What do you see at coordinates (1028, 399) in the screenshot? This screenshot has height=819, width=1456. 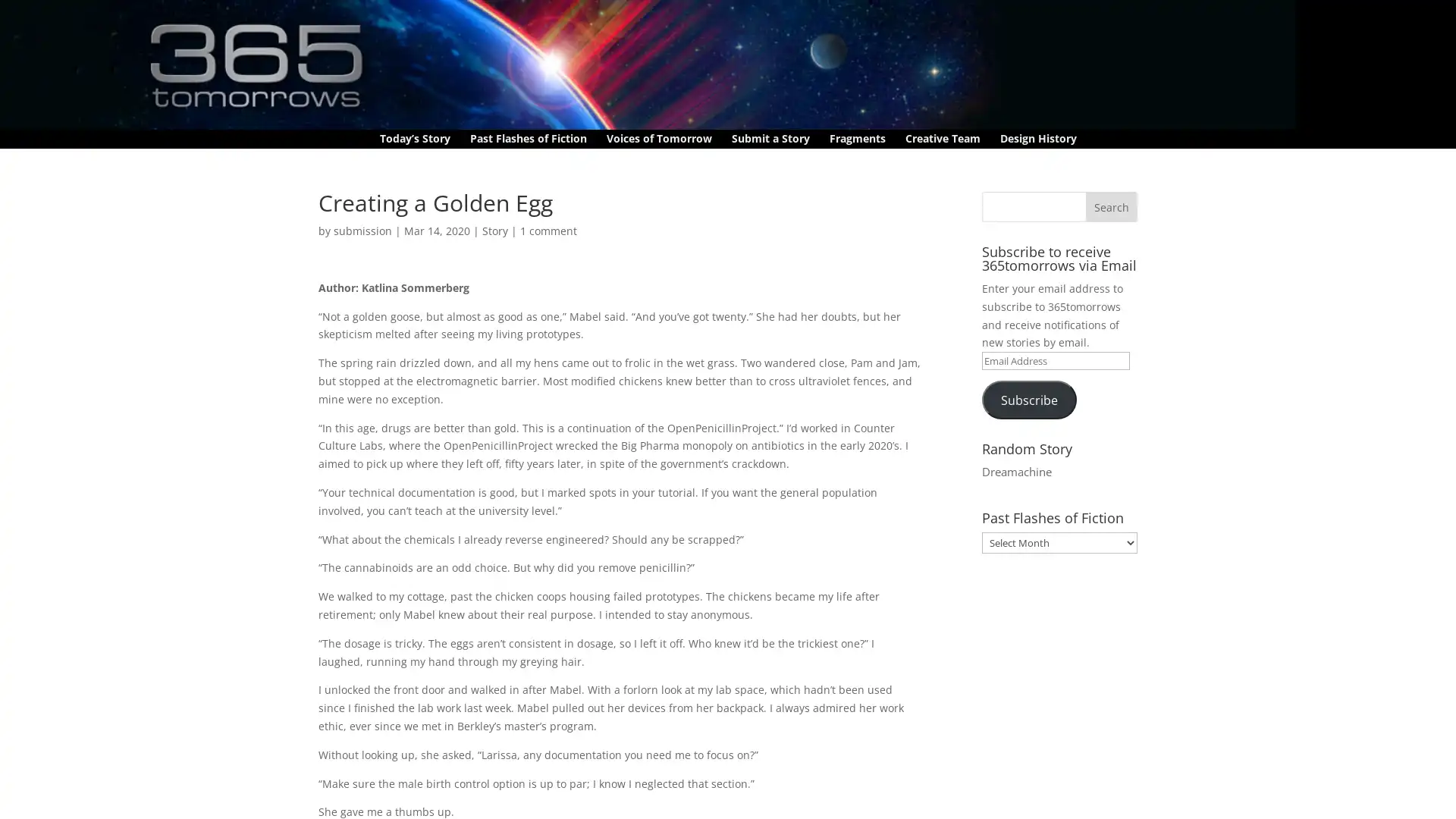 I see `Subscribe` at bounding box center [1028, 399].